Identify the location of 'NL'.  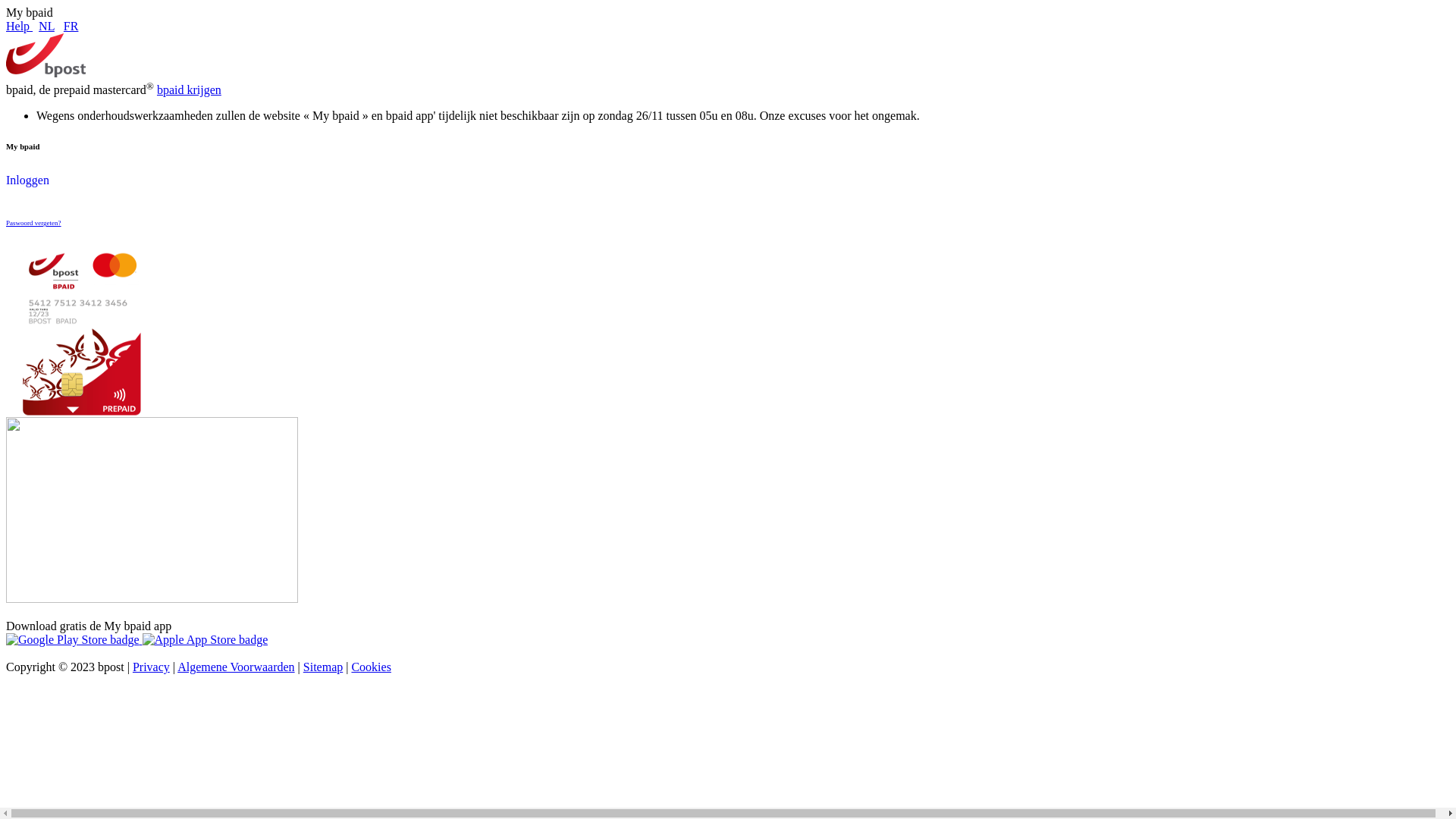
(46, 26).